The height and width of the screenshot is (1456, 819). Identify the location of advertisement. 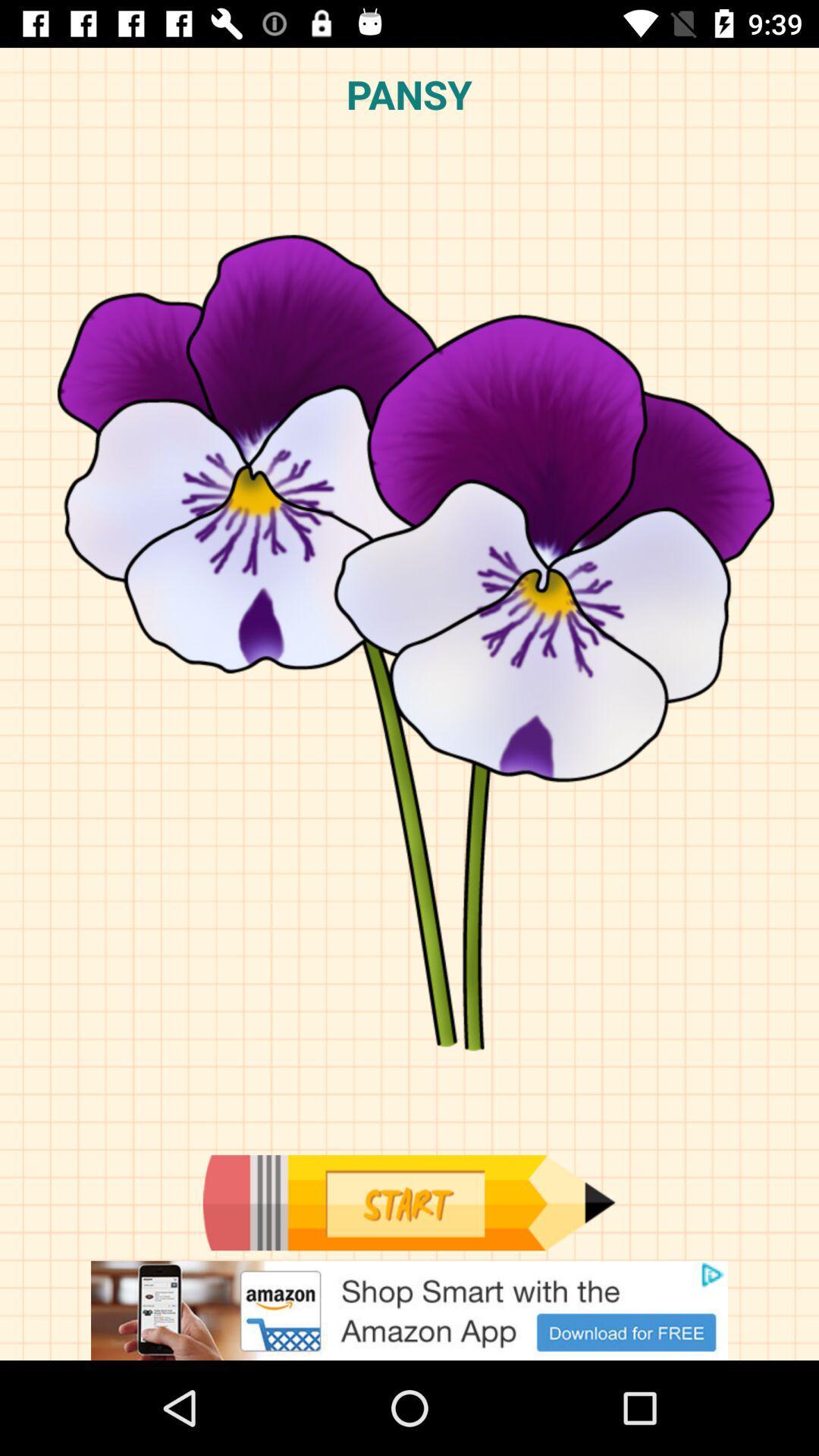
(409, 1310).